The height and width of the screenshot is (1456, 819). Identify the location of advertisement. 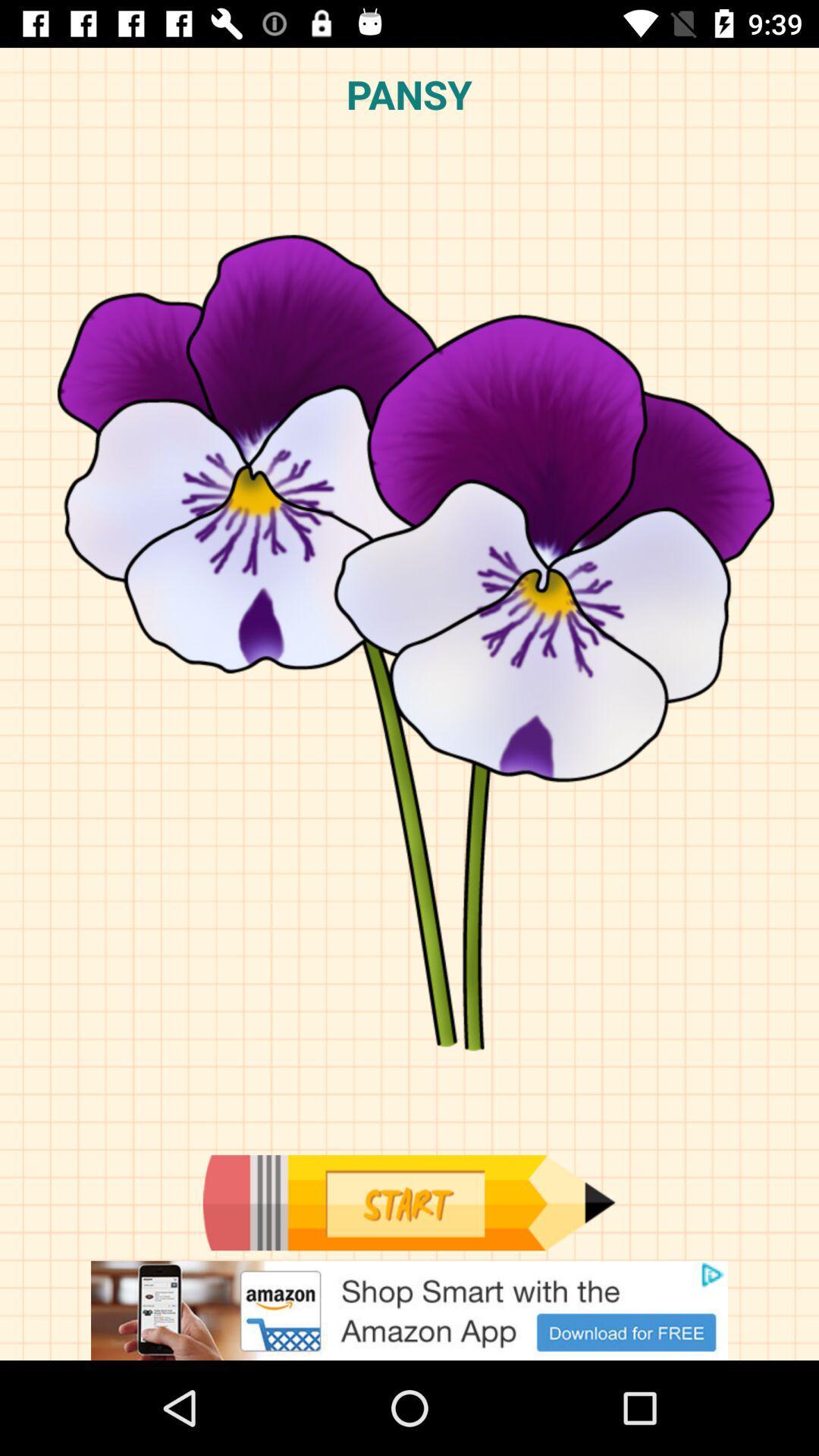
(409, 1310).